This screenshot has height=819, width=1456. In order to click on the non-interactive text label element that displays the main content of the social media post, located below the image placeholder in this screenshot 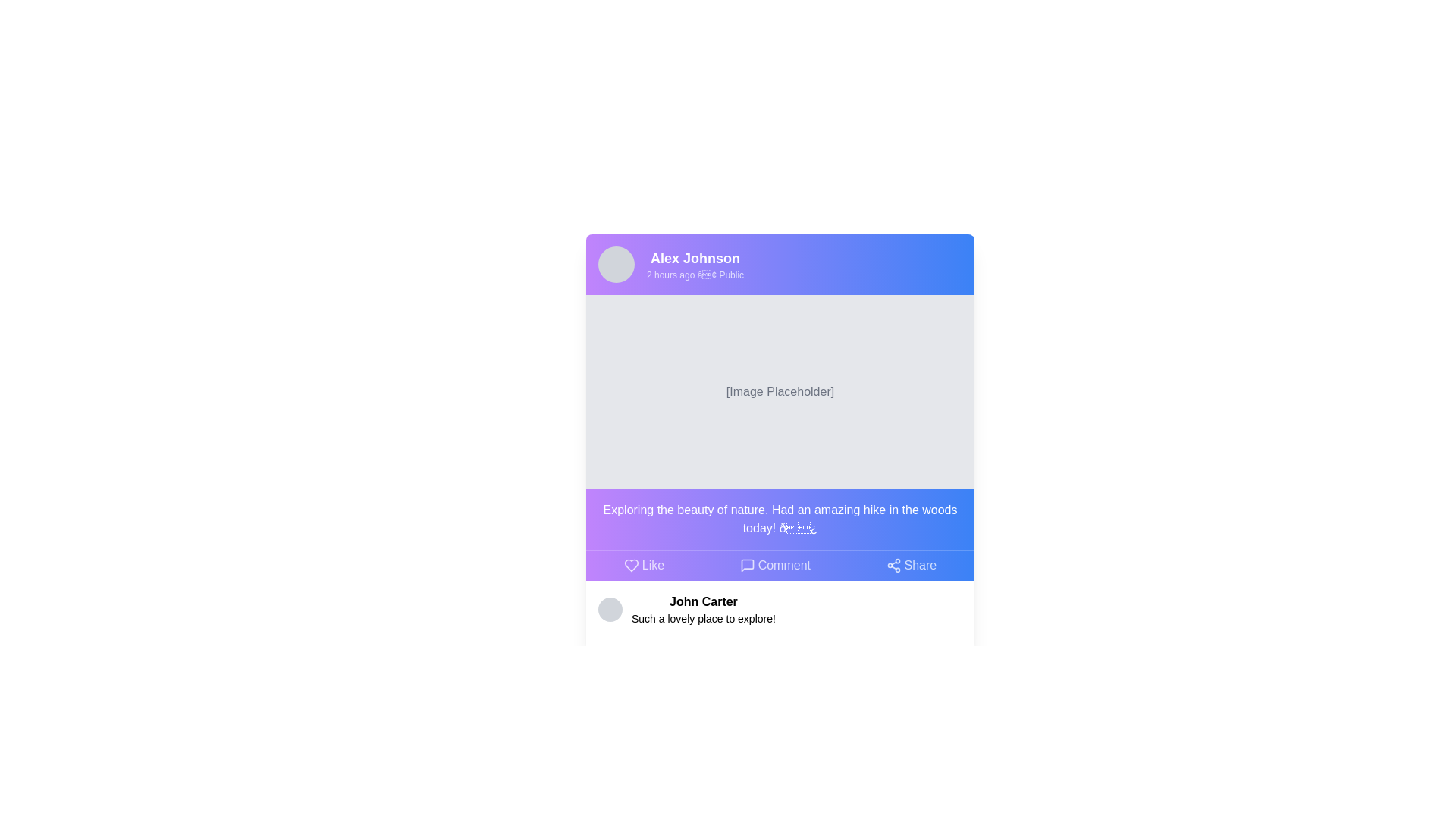, I will do `click(780, 519)`.